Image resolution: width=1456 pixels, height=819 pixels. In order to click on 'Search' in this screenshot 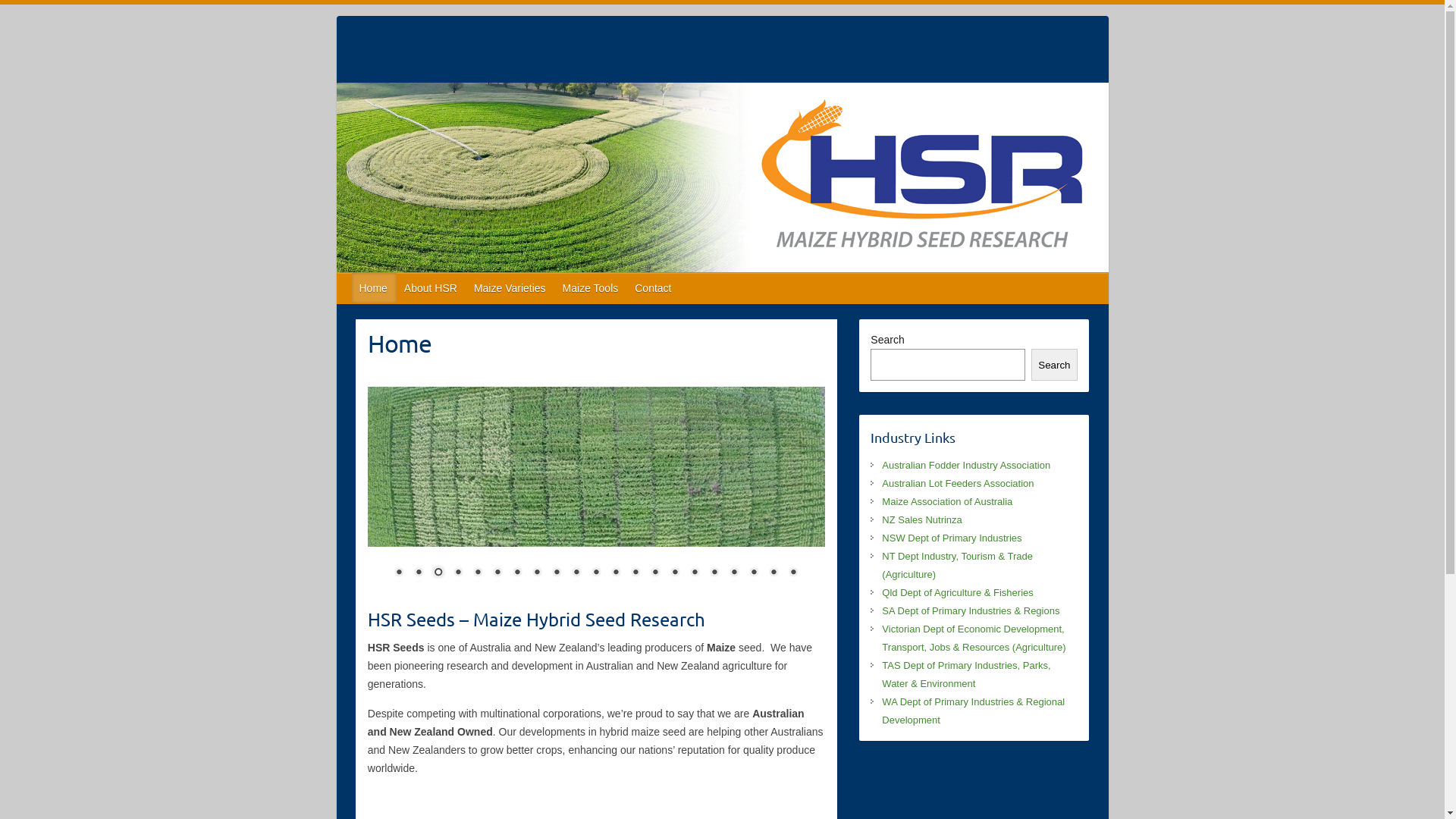, I will do `click(1053, 365)`.